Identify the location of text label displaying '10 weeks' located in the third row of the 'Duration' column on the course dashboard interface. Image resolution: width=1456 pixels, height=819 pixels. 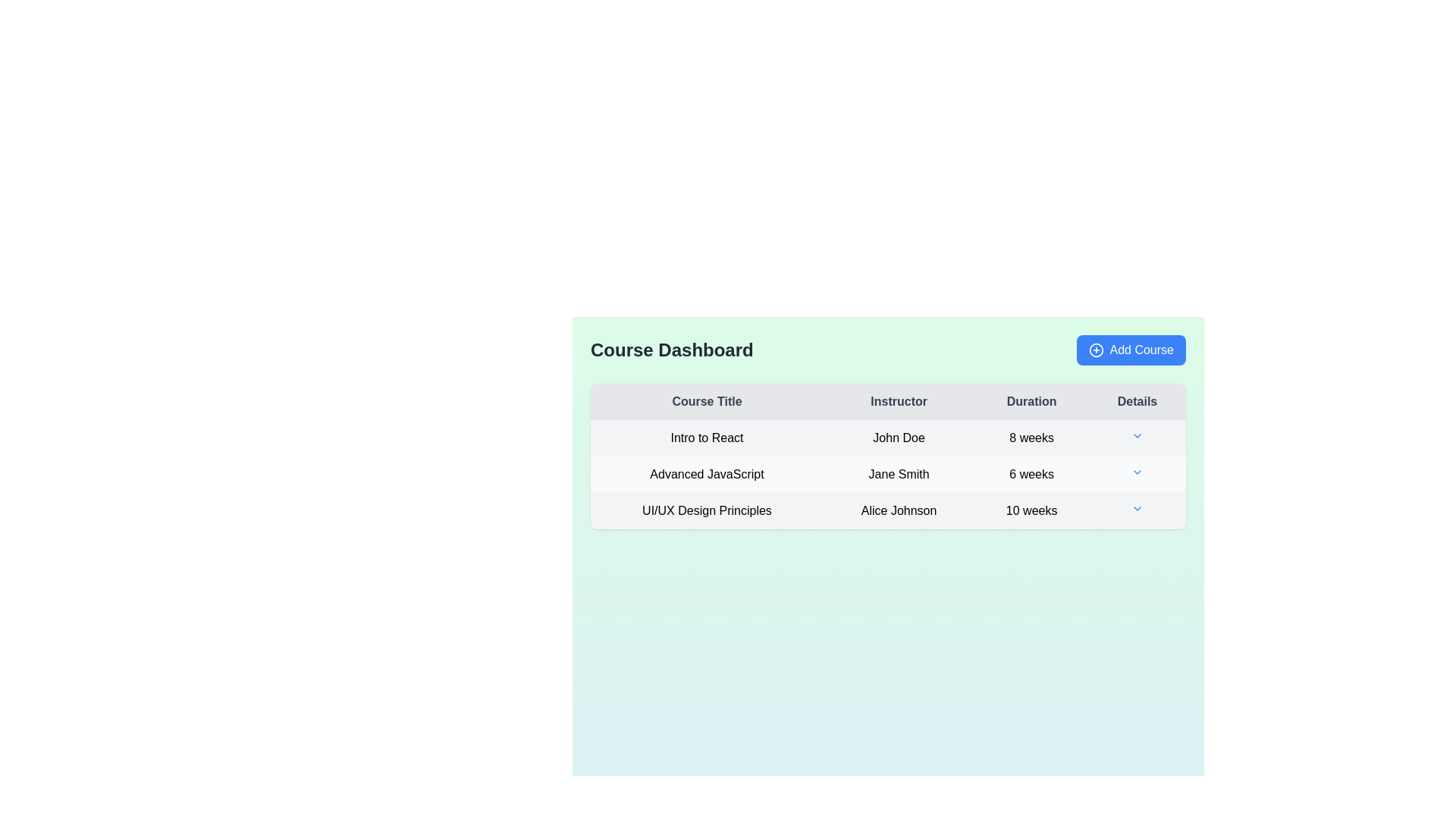
(1031, 511).